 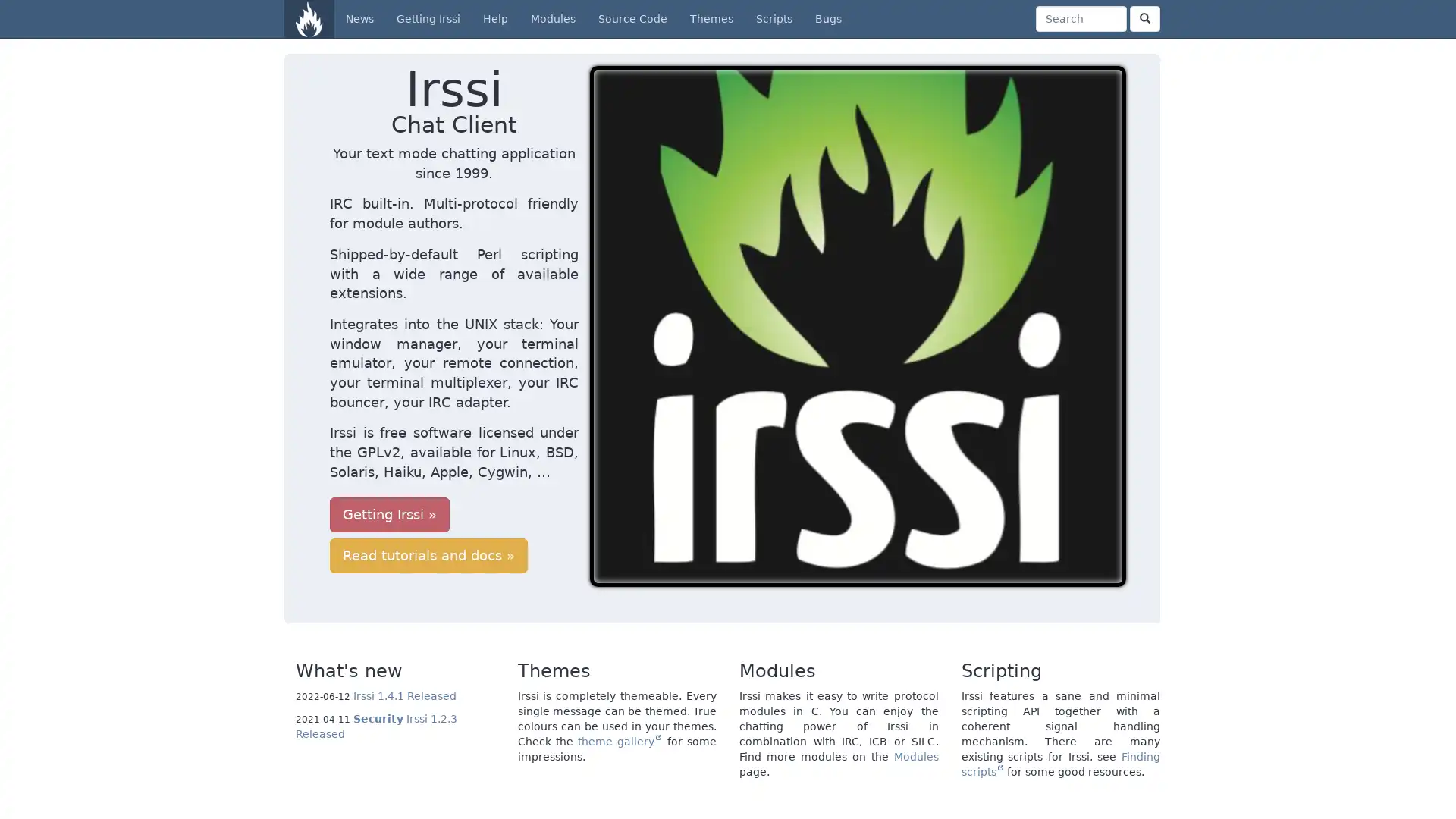 What do you see at coordinates (552, 435) in the screenshot?
I see `Read tutorials and docs` at bounding box center [552, 435].